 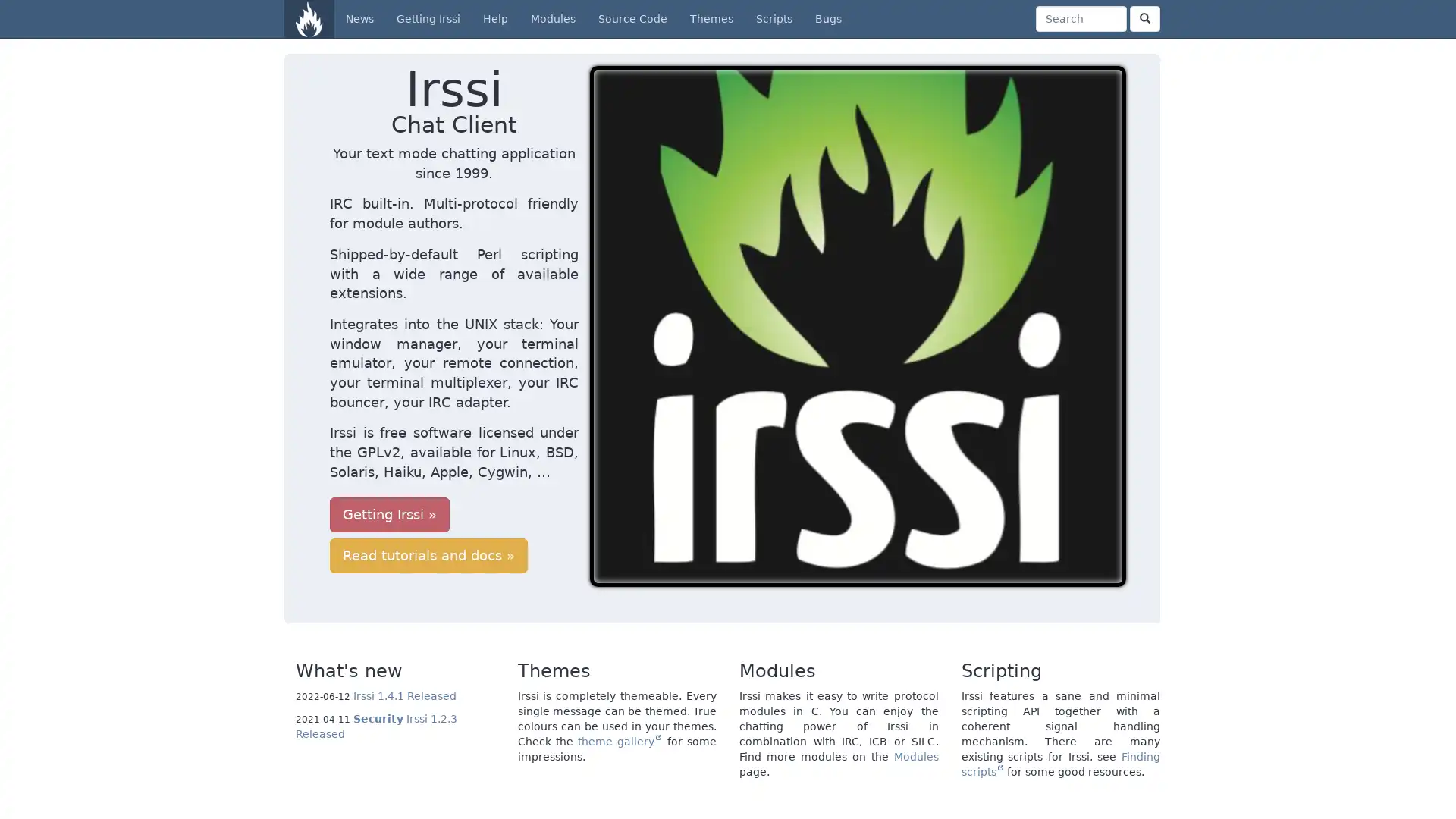 What do you see at coordinates (552, 435) in the screenshot?
I see `Read tutorials and docs` at bounding box center [552, 435].